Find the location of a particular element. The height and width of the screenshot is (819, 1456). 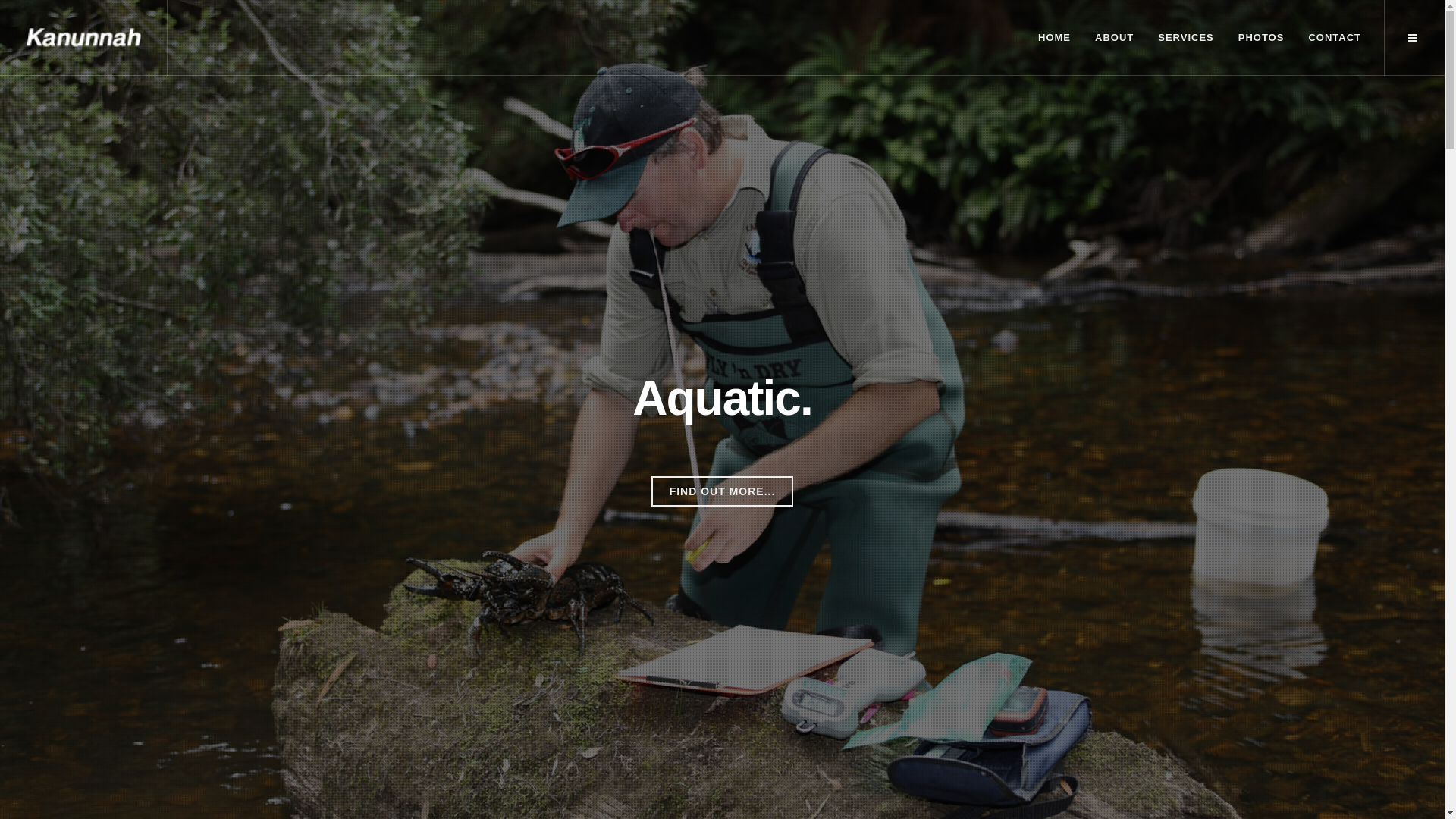

'ABOUT' is located at coordinates (1114, 37).